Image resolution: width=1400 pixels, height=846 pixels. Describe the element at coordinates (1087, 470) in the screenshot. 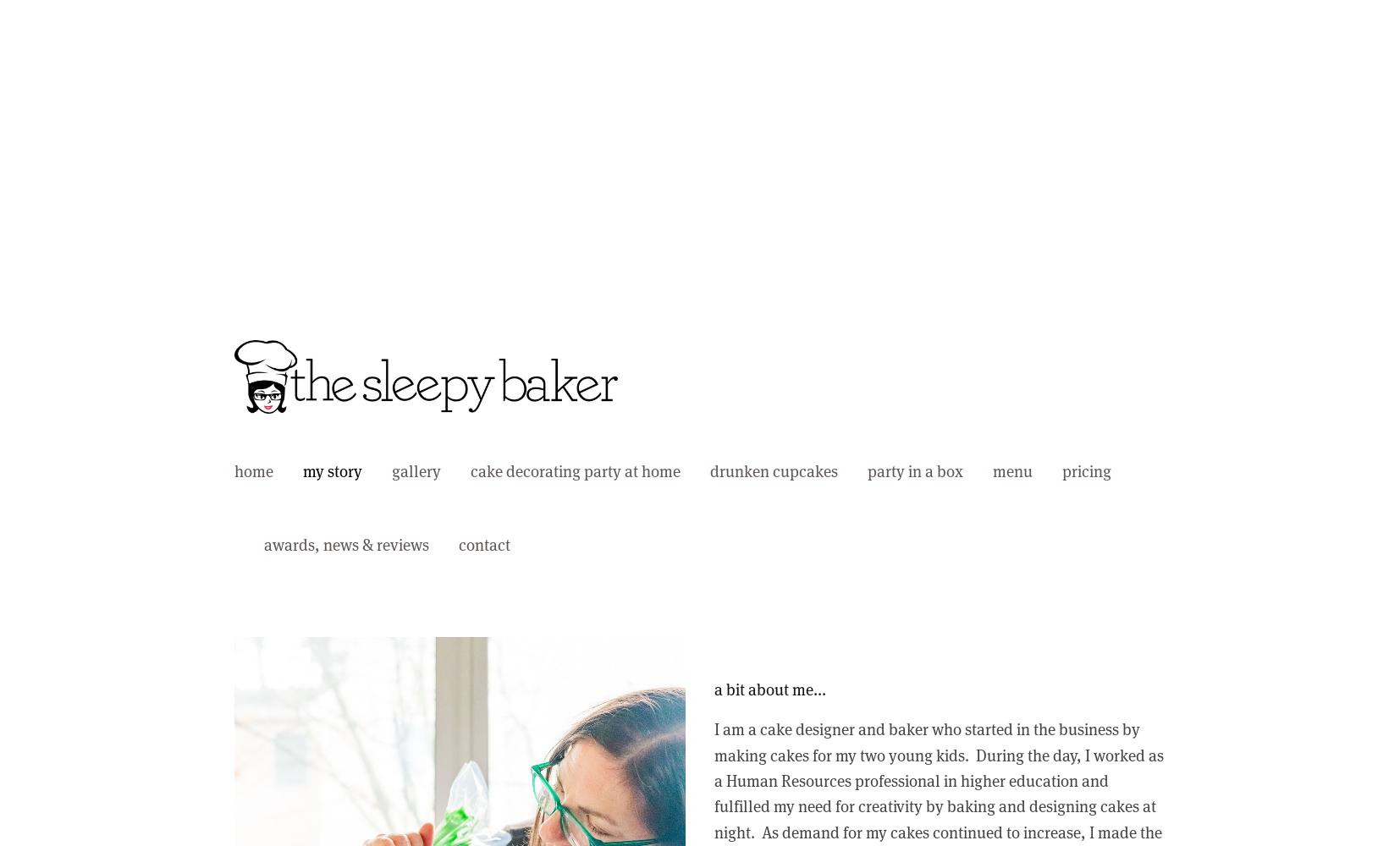

I see `'pricing'` at that location.